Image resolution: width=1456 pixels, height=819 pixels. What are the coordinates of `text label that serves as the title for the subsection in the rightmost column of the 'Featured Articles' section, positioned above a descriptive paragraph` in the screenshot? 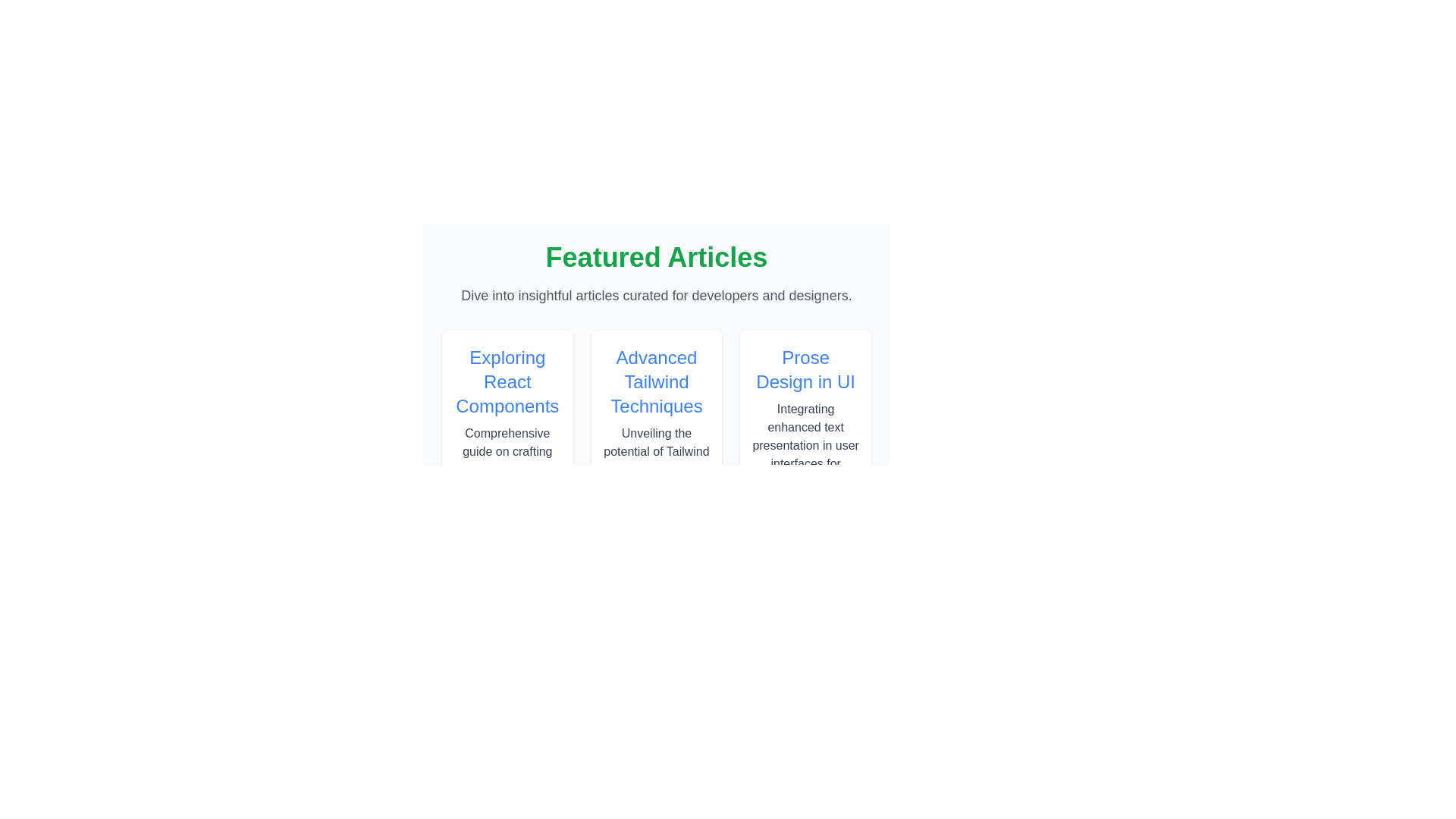 It's located at (805, 370).